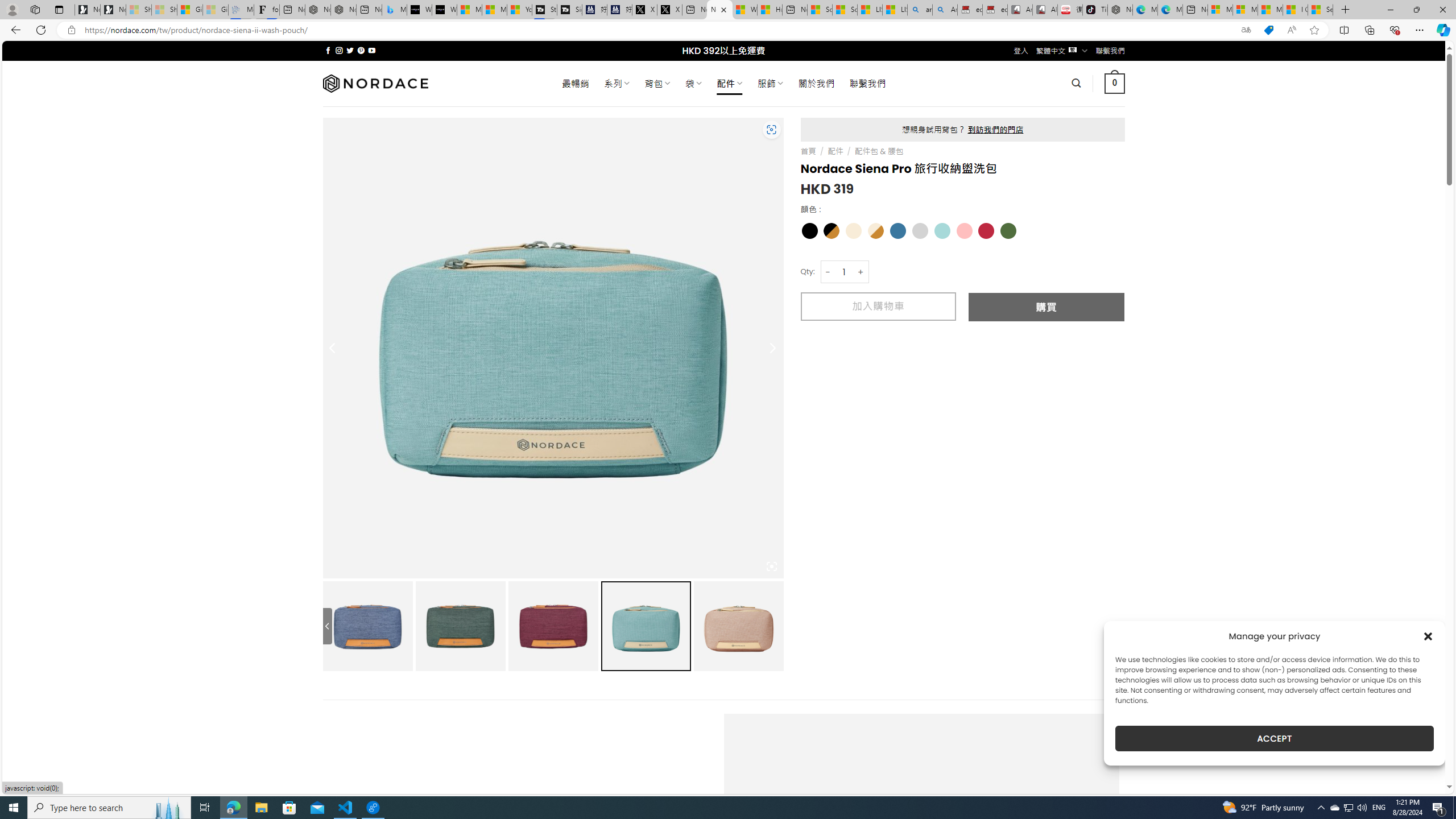 The width and height of the screenshot is (1456, 819). I want to click on 'Streaming Coverage | T3', so click(544, 9).